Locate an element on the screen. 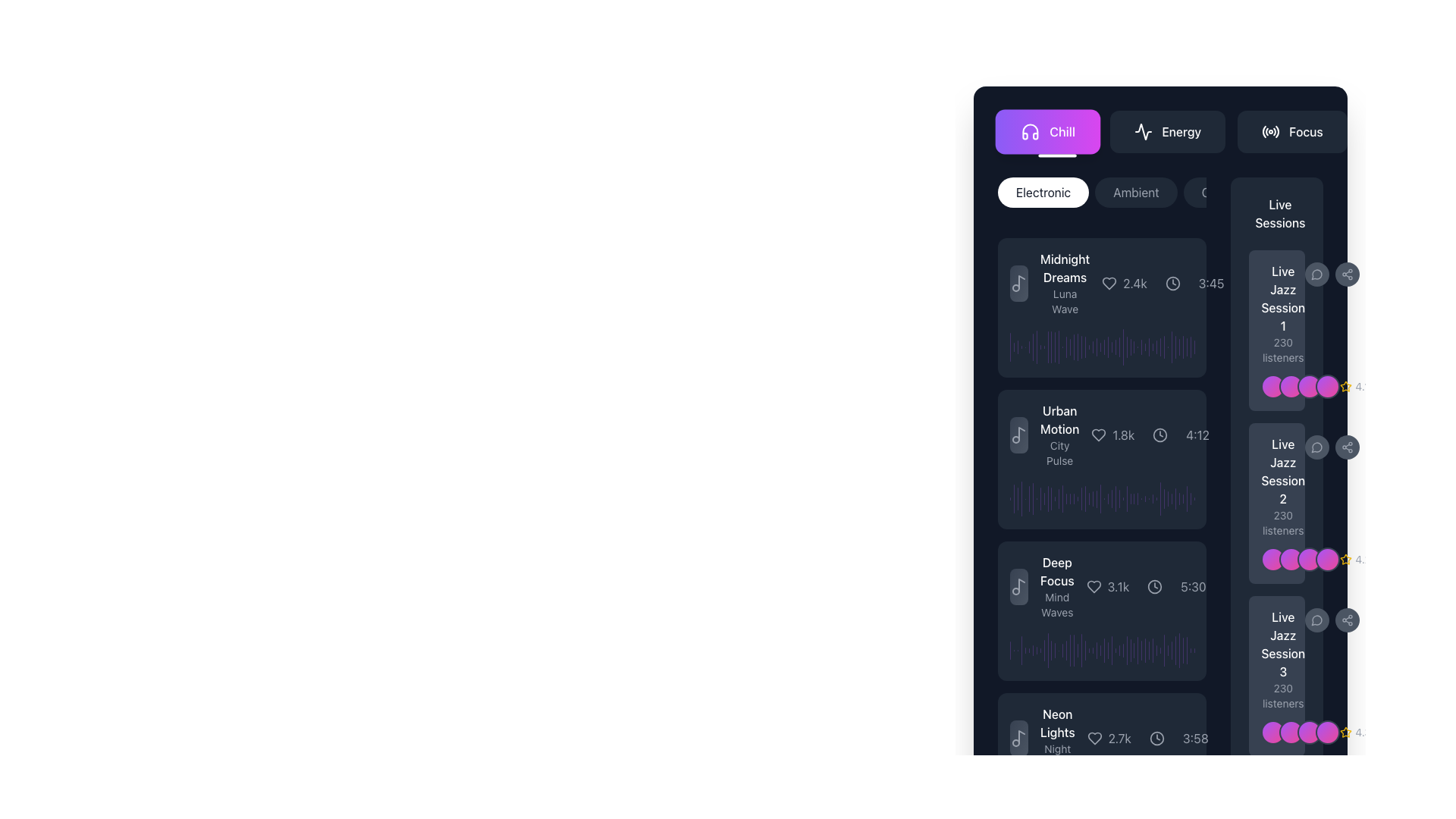 This screenshot has width=1456, height=819. the second circular Avatar or Profile Icon representing a user or member in the list for the live session entry is located at coordinates (1291, 559).